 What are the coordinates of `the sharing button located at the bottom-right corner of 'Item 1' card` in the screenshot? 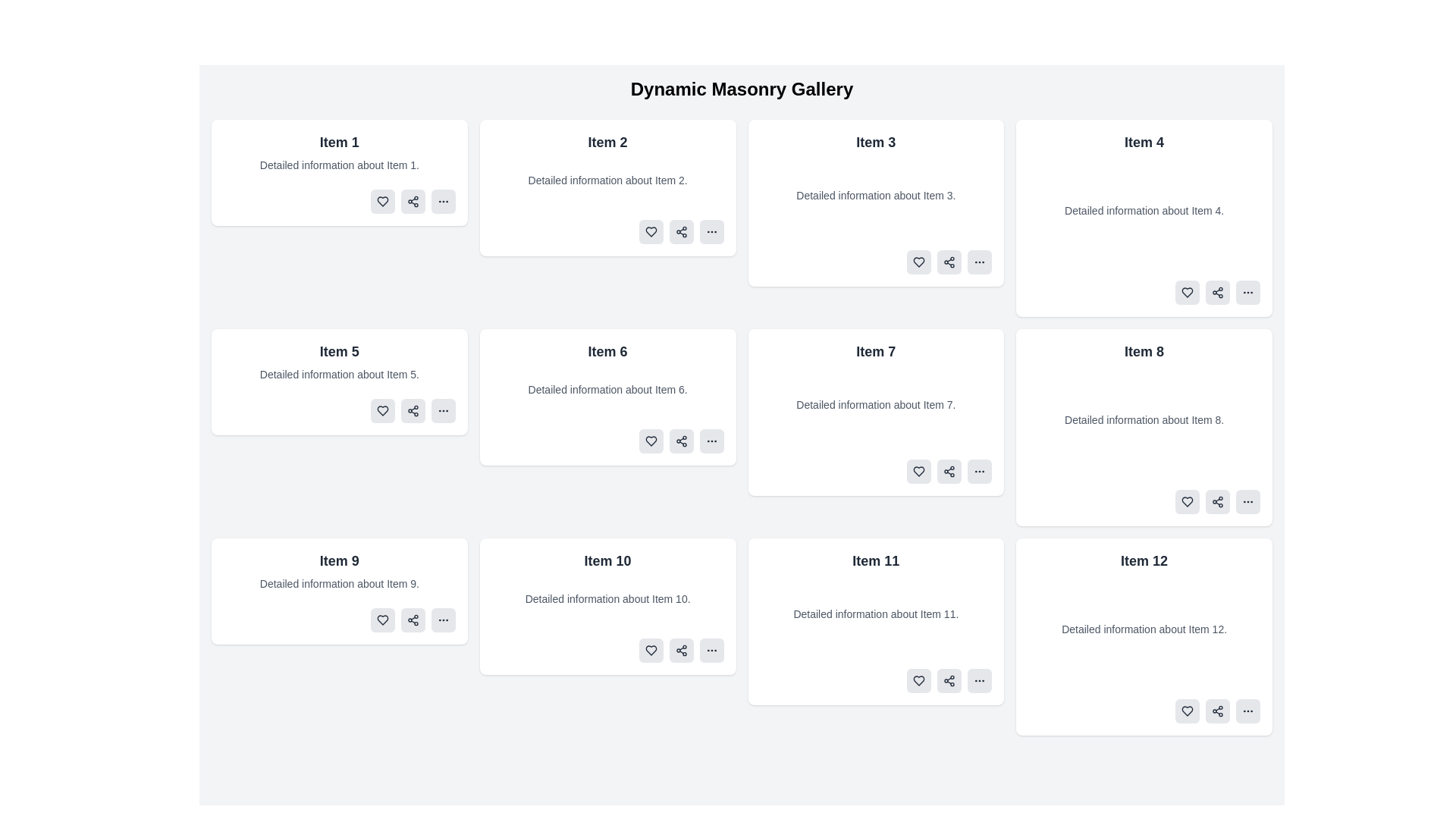 It's located at (413, 201).